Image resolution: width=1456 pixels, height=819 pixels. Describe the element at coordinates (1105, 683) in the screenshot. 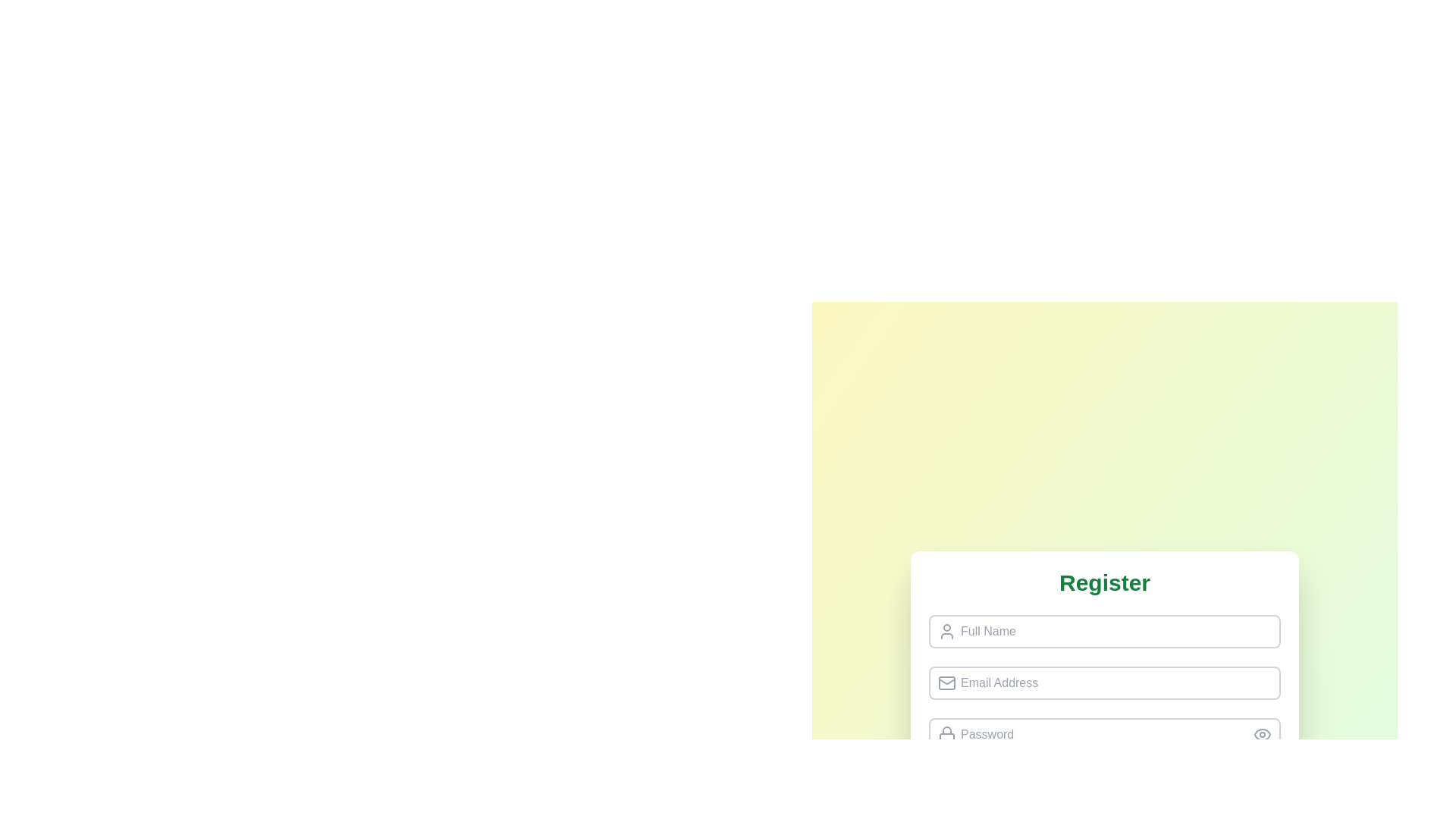

I see `to focus on the email input field located in the second position of a vertically stacked sequence within a registration form, following the 'Full Name' input and preceding the 'Password' input` at that location.